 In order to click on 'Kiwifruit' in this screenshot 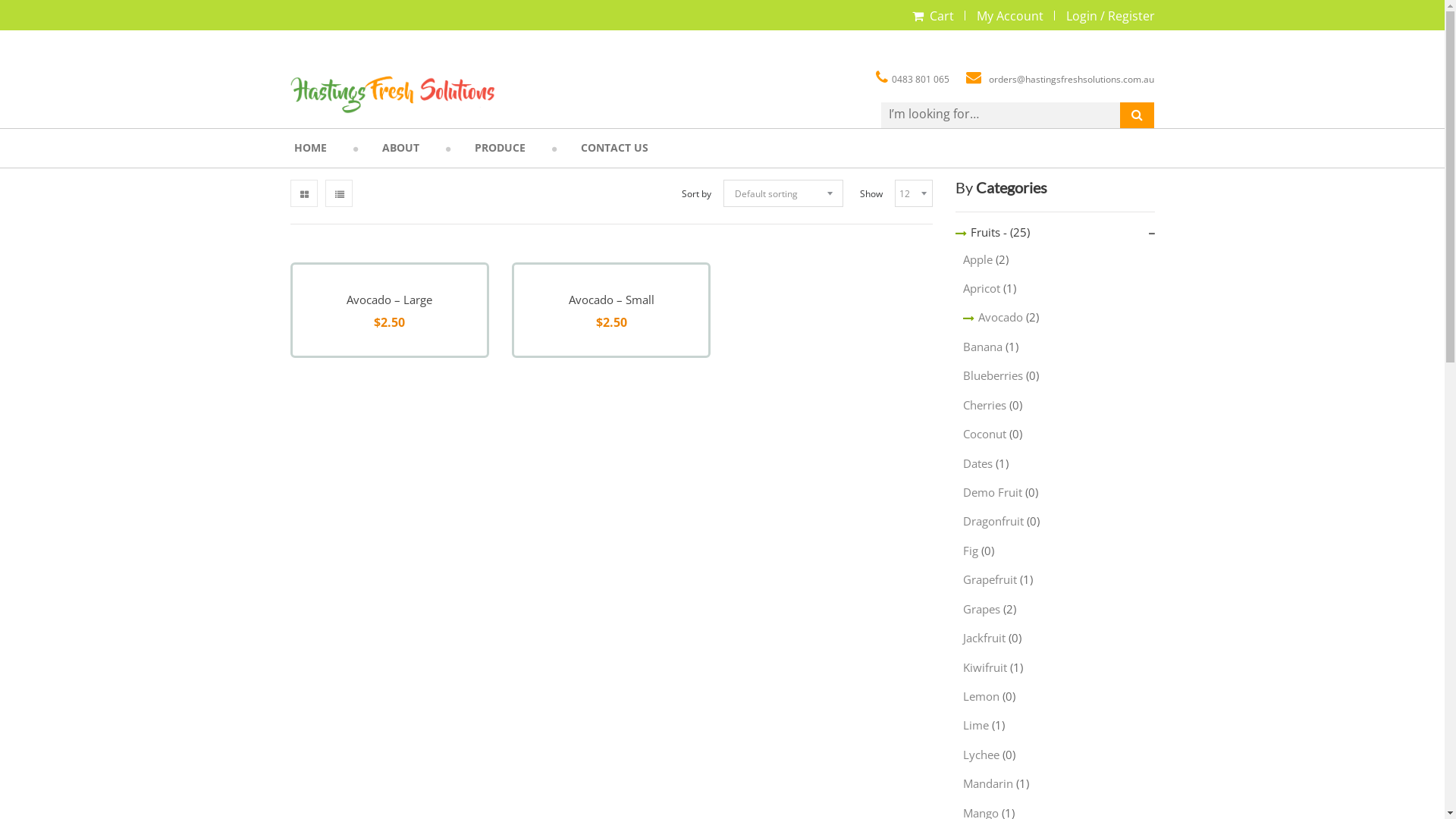, I will do `click(985, 666)`.